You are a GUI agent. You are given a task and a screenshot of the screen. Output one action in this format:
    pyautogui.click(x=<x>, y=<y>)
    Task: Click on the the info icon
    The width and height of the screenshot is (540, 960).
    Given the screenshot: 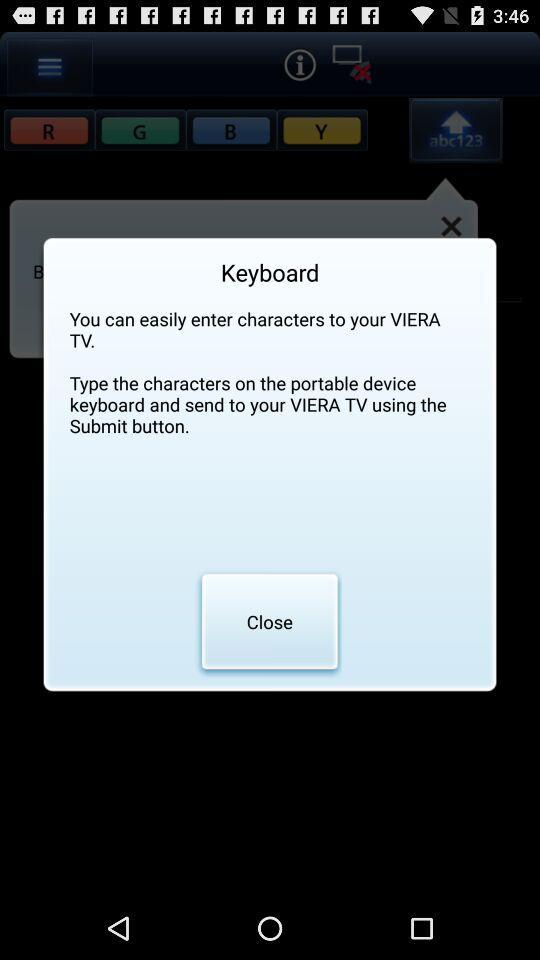 What is the action you would take?
    pyautogui.click(x=298, y=68)
    